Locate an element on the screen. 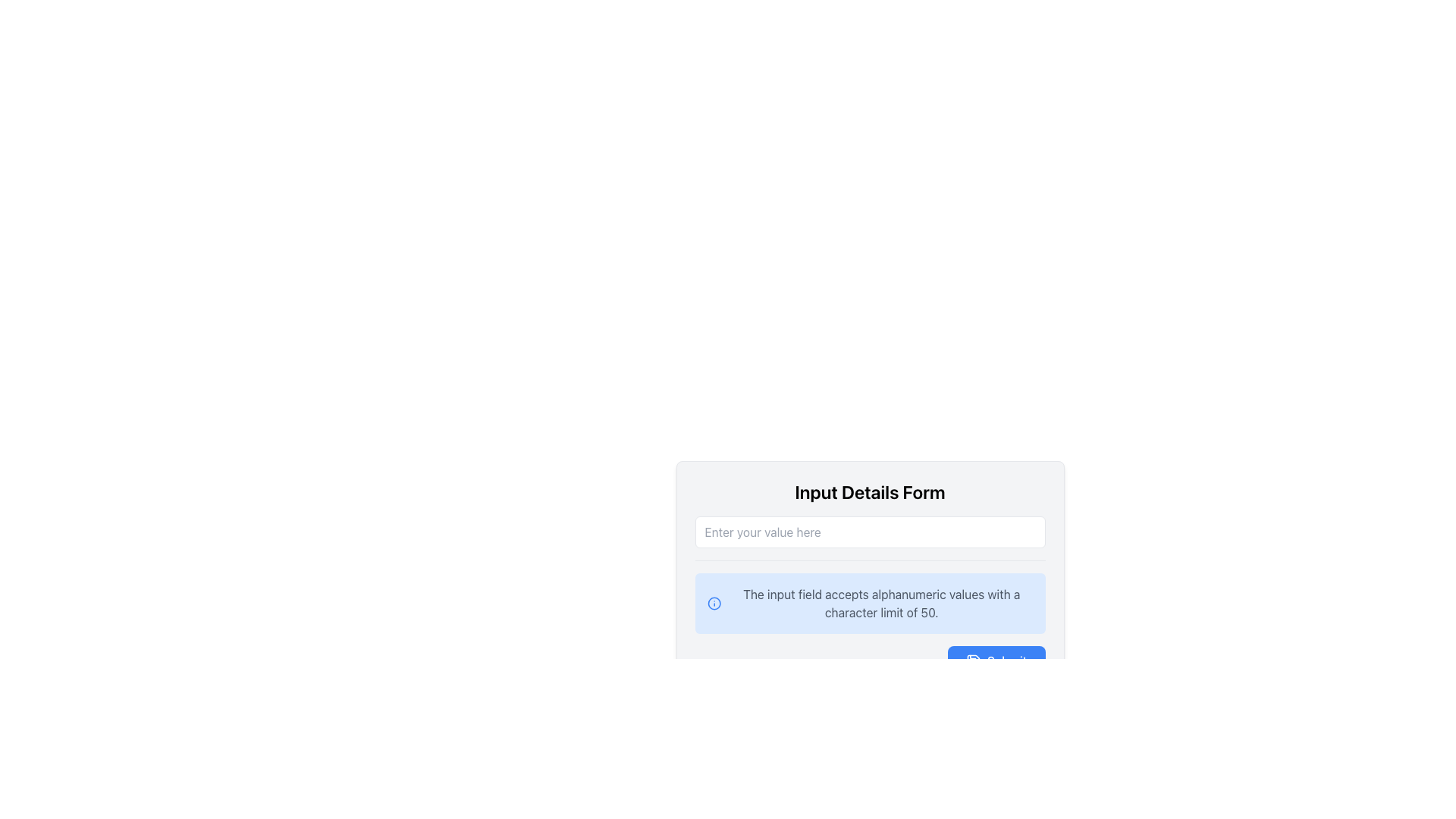 Image resolution: width=1456 pixels, height=819 pixels. SVG circle element that is part of an icon with a light blue color scheme, located to the left of the character limit text within a blue background box is located at coordinates (713, 602).